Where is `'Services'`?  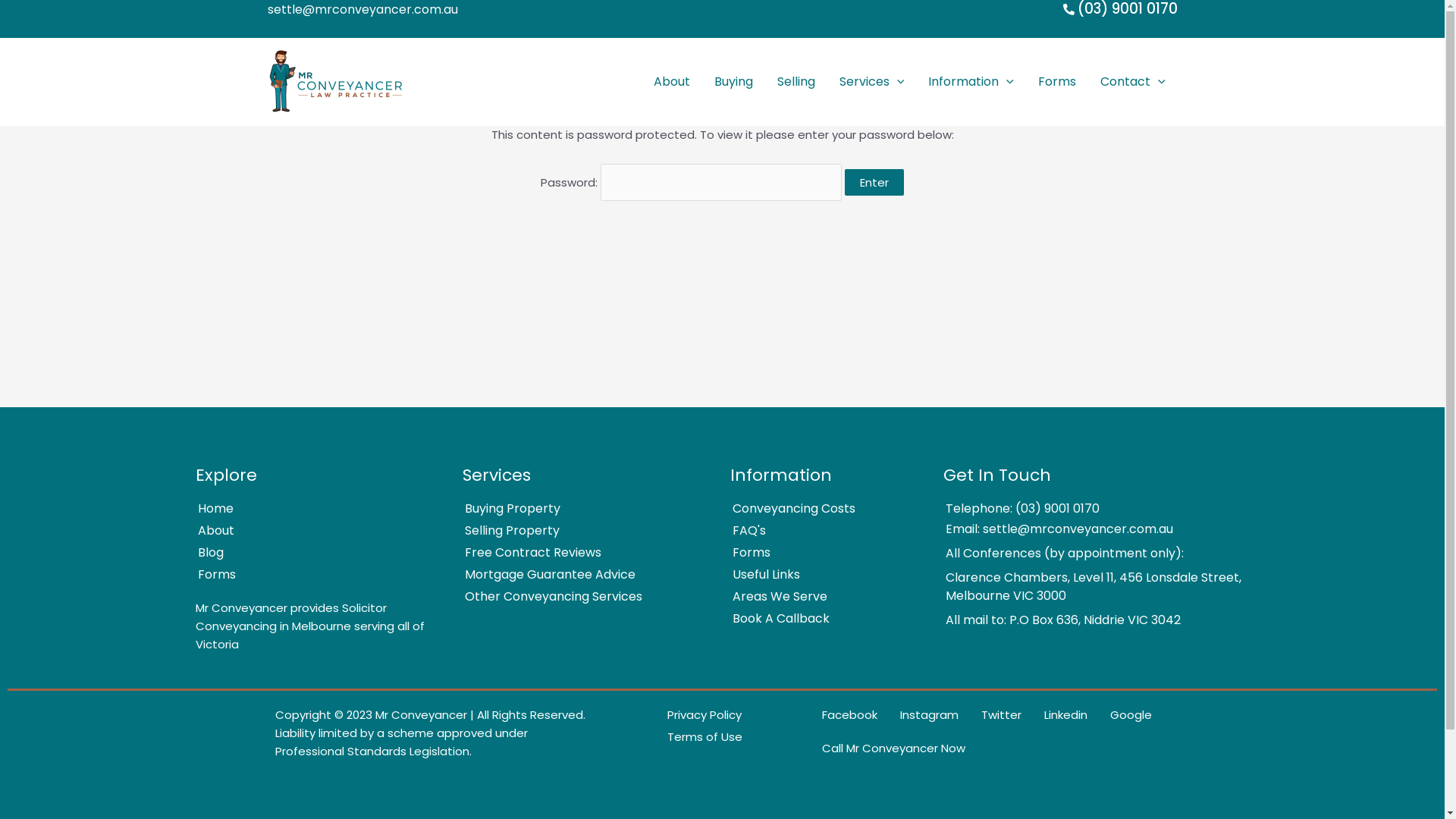 'Services' is located at coordinates (826, 82).